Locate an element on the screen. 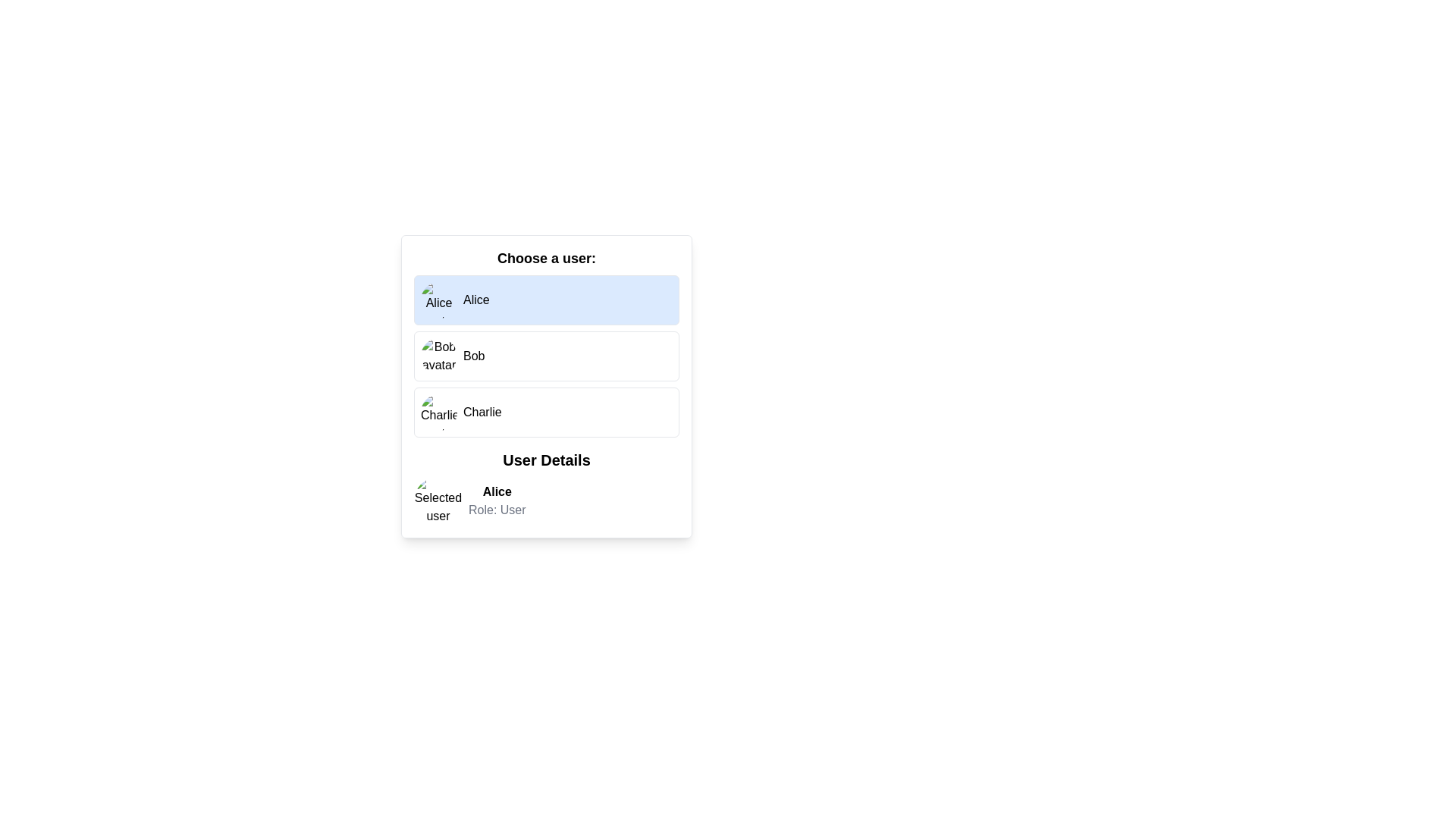 The height and width of the screenshot is (819, 1456). the Text Display Area that displays the selected user's name ('Alice') and role ('User') in the 'User Details' section, located below 'Selected user' and next to a circular avatar image is located at coordinates (497, 500).